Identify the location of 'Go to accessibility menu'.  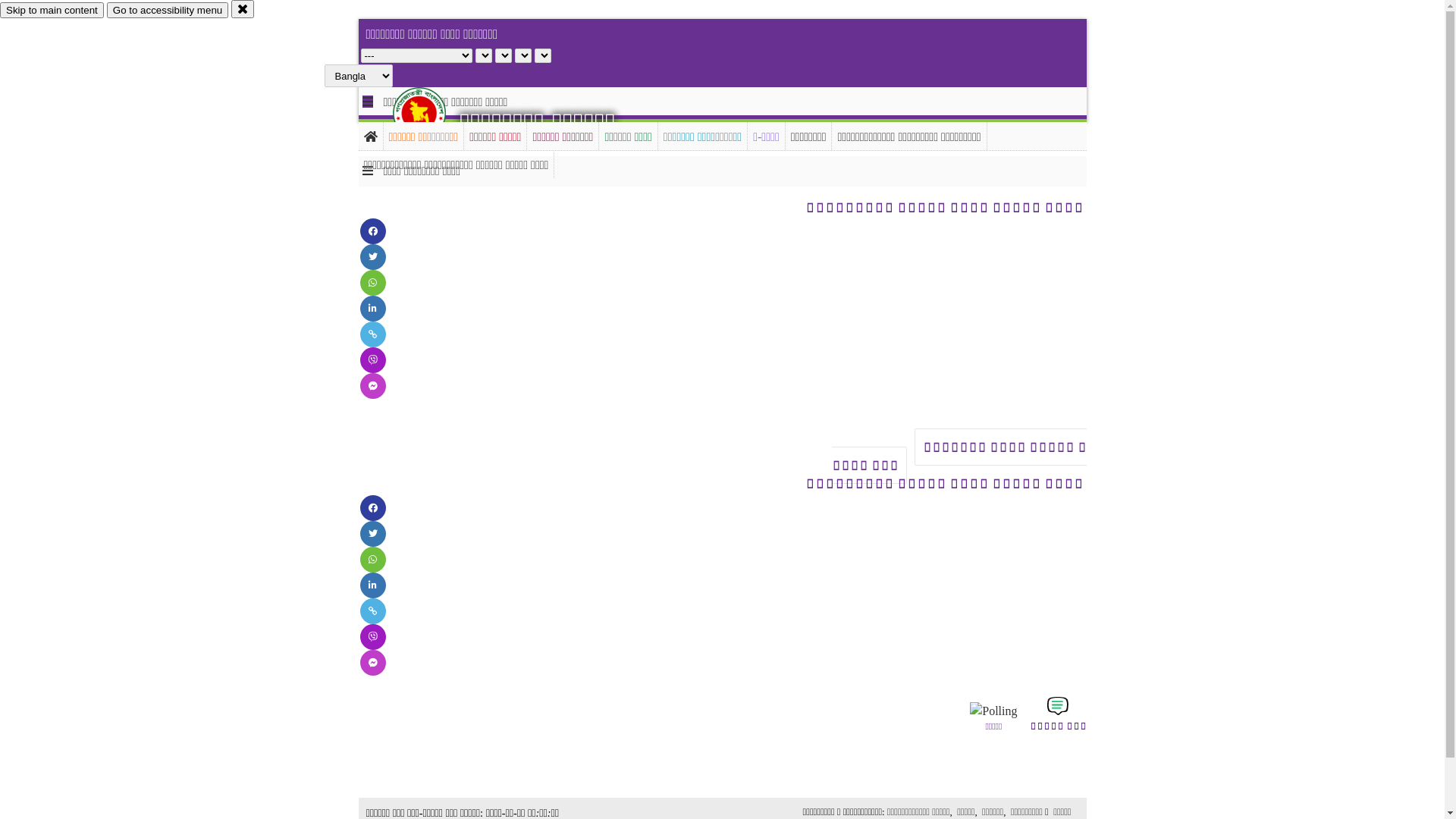
(167, 10).